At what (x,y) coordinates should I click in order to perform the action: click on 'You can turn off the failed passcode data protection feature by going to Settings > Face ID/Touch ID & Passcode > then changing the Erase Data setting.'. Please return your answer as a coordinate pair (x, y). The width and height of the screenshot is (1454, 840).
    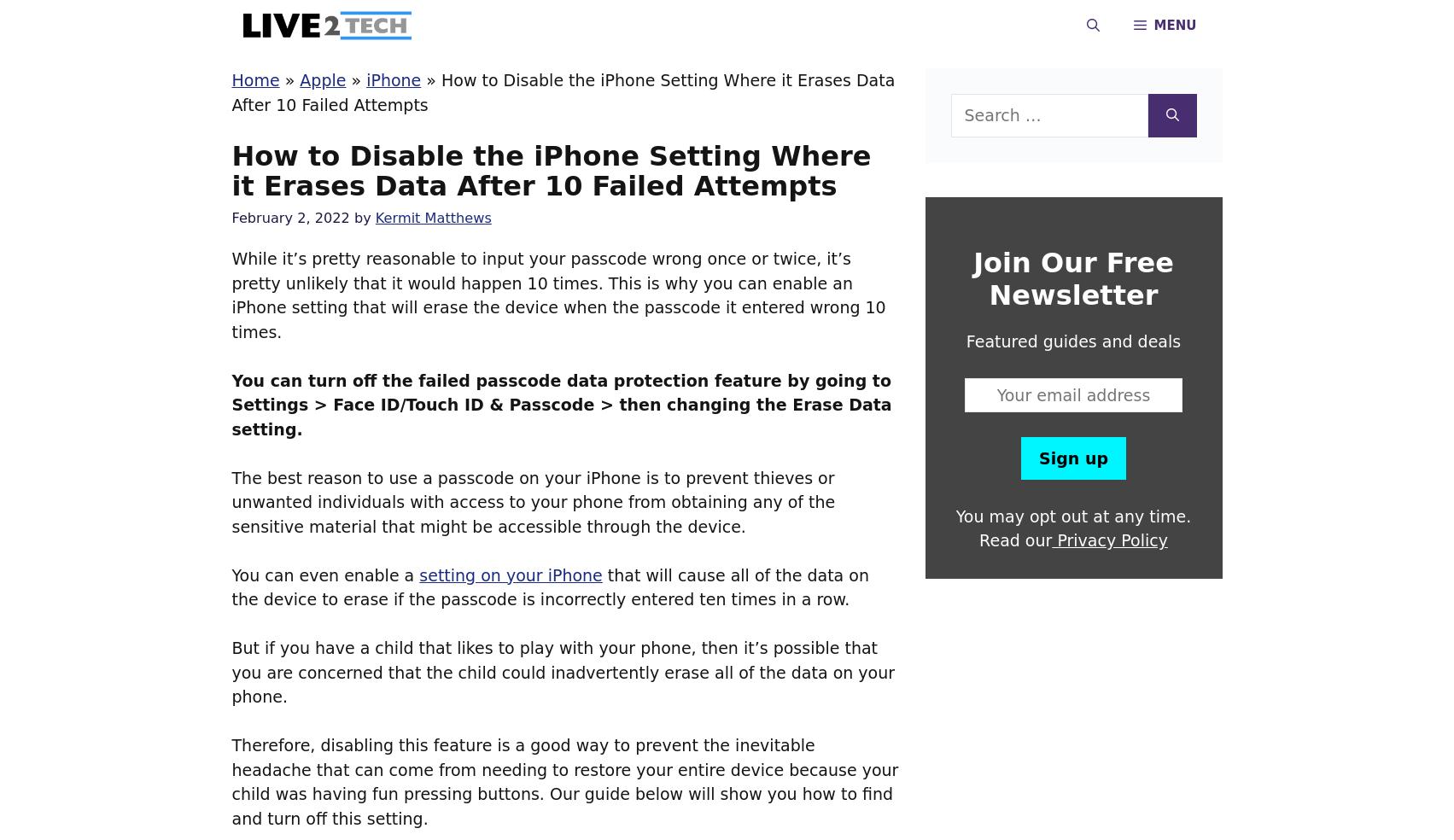
    Looking at the image, I should click on (230, 404).